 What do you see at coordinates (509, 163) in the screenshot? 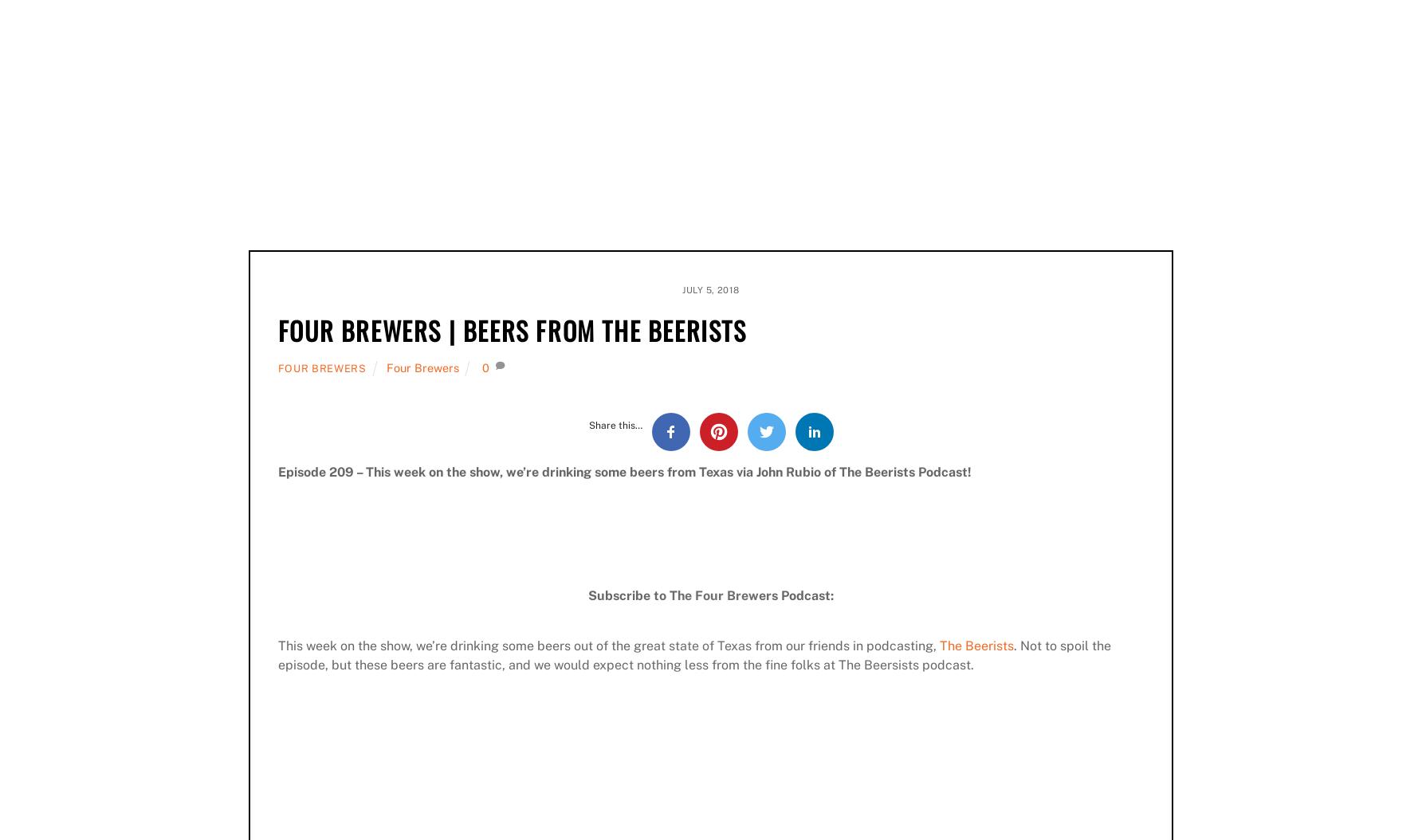
I see `'Instagram'` at bounding box center [509, 163].